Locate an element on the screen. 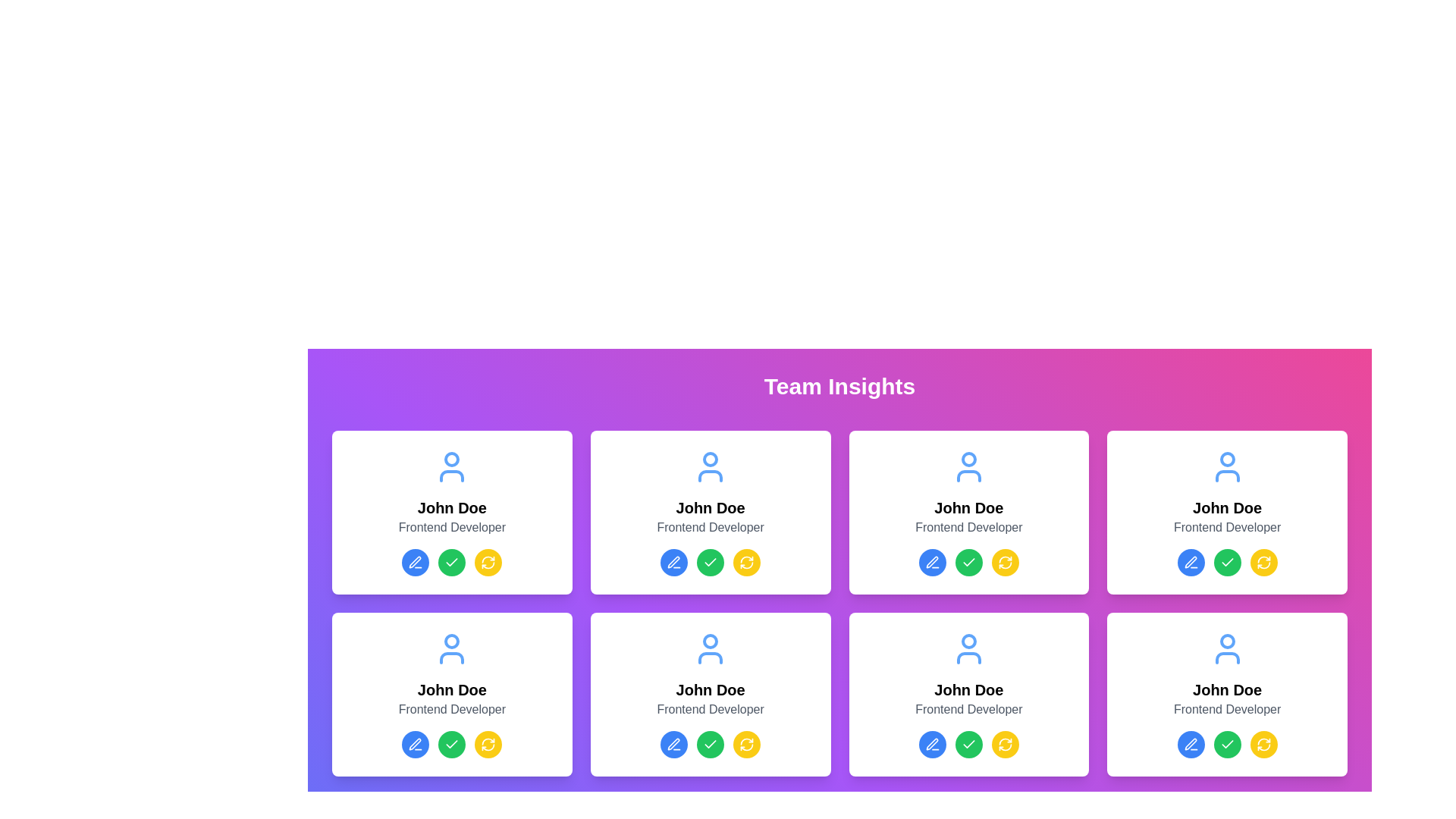 The height and width of the screenshot is (819, 1456). the middle circular confirmation button located in the lower section of the user card is located at coordinates (451, 744).